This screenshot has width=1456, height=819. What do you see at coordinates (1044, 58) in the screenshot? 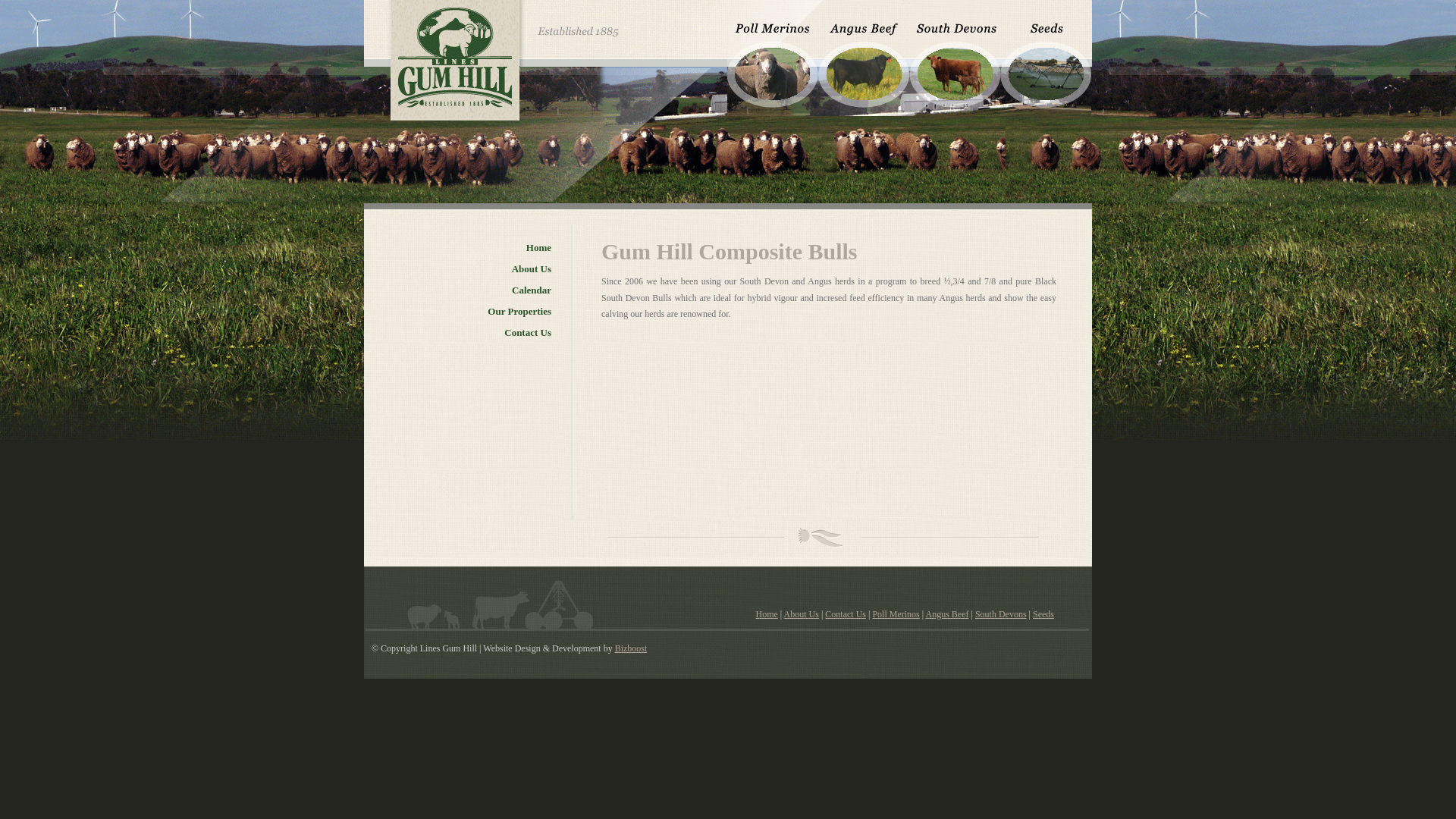
I see `'SEEDS'` at bounding box center [1044, 58].